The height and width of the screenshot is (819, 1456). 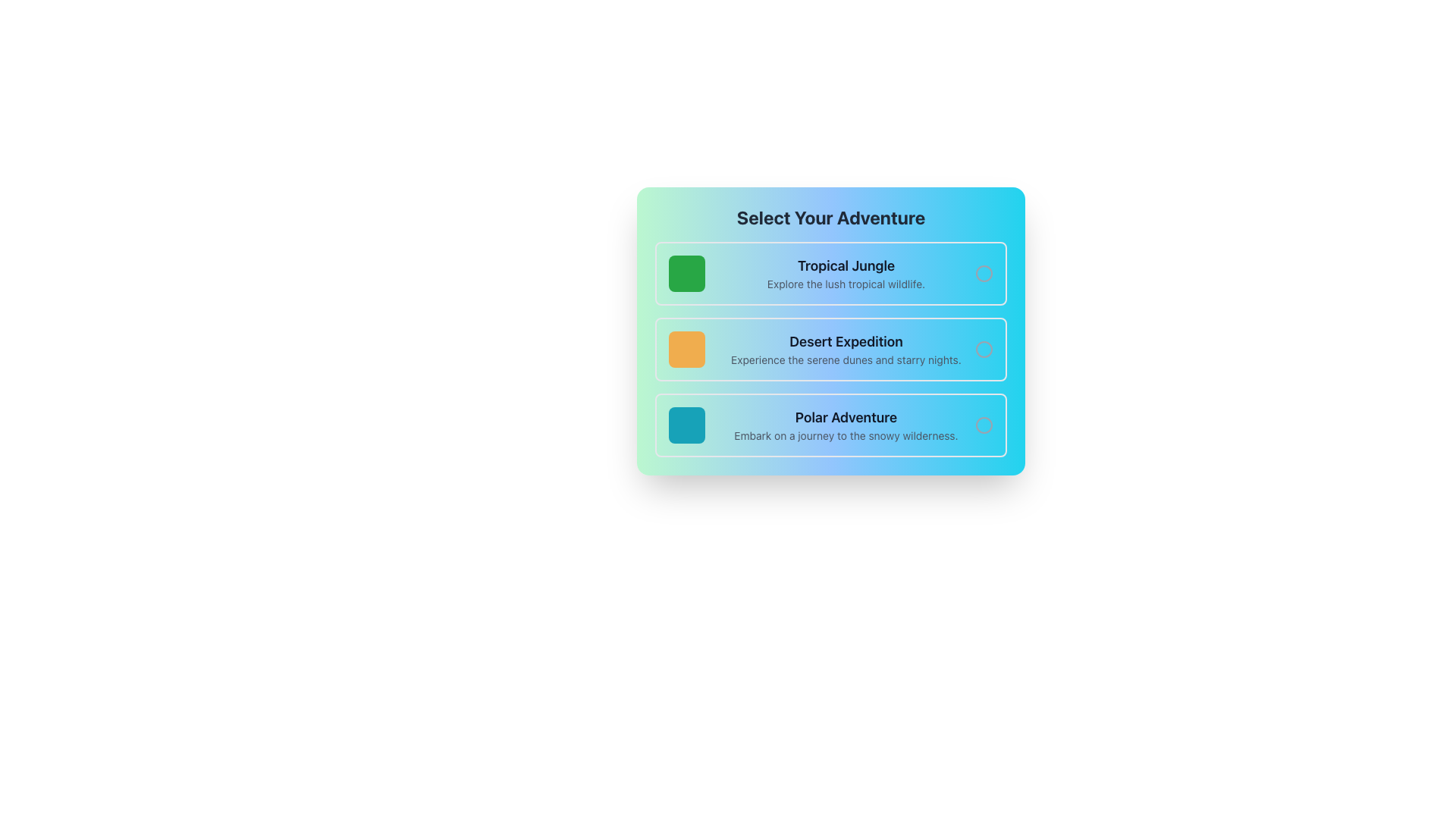 I want to click on the radio button associated with the 'Desert Expedition' selection option, so click(x=984, y=350).